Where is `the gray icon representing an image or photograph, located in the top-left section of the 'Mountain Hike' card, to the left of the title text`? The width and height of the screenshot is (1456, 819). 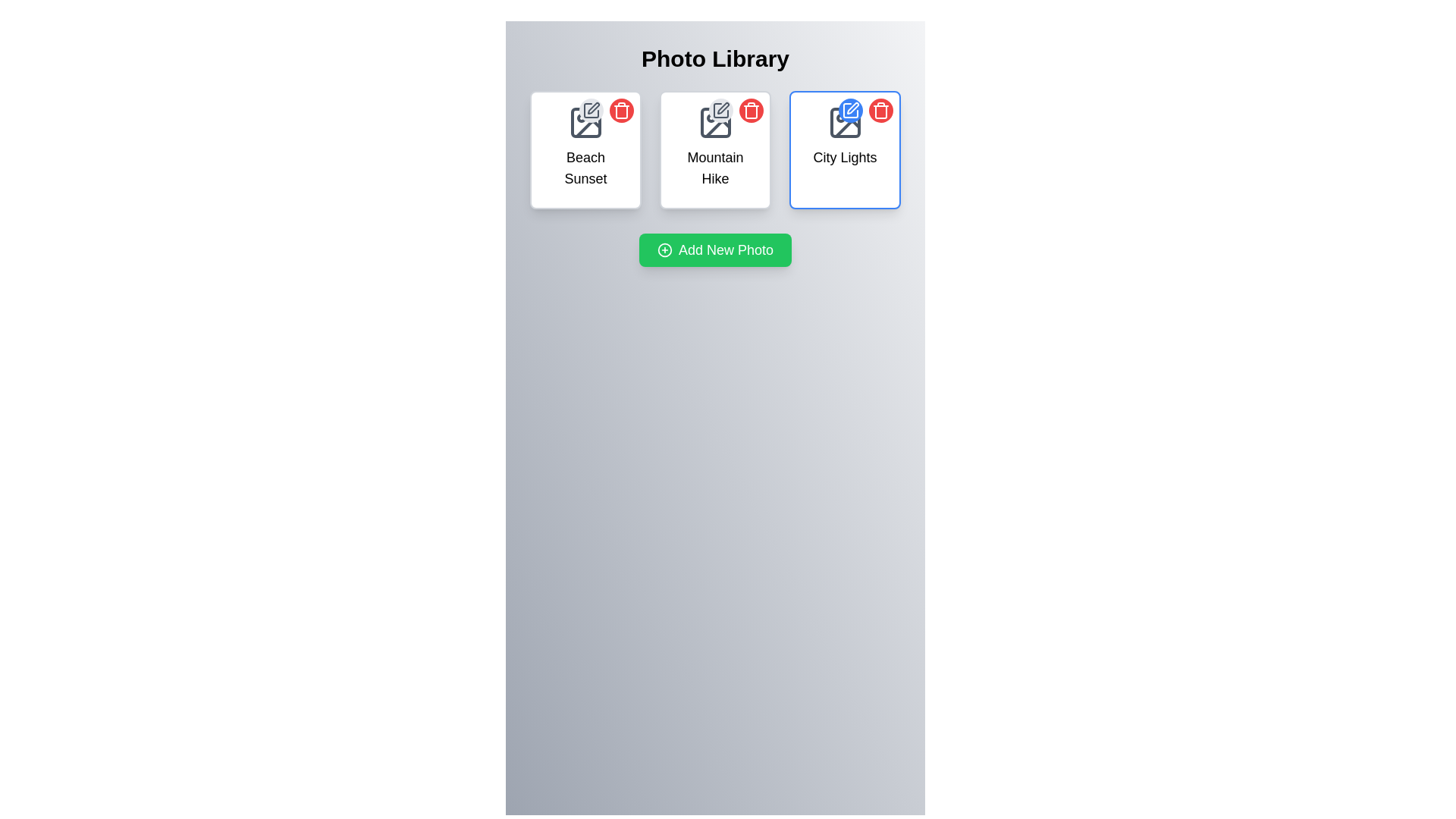 the gray icon representing an image or photograph, located in the top-left section of the 'Mountain Hike' card, to the left of the title text is located at coordinates (714, 122).